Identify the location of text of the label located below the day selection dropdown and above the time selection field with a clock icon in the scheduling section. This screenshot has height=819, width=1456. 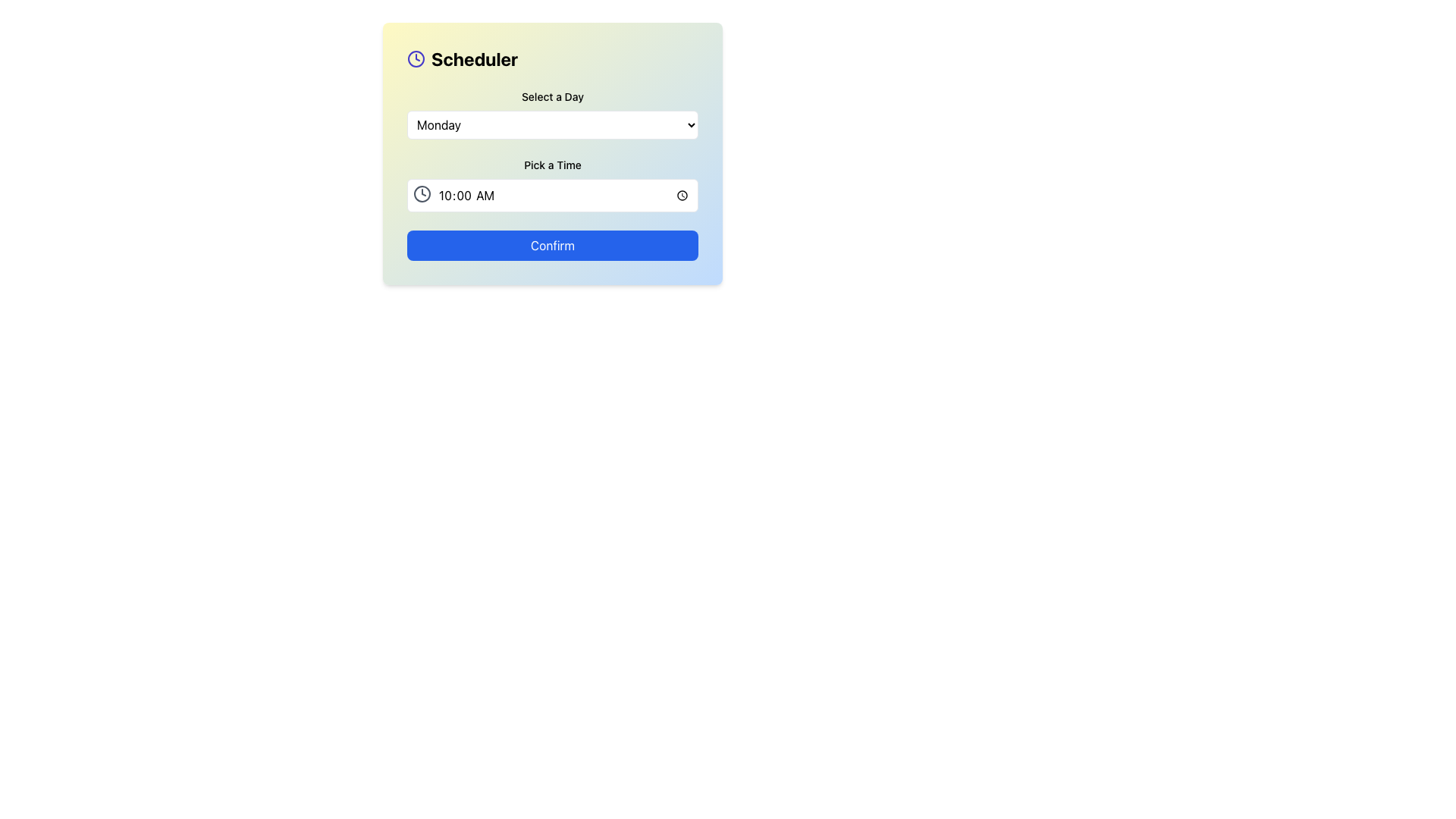
(552, 165).